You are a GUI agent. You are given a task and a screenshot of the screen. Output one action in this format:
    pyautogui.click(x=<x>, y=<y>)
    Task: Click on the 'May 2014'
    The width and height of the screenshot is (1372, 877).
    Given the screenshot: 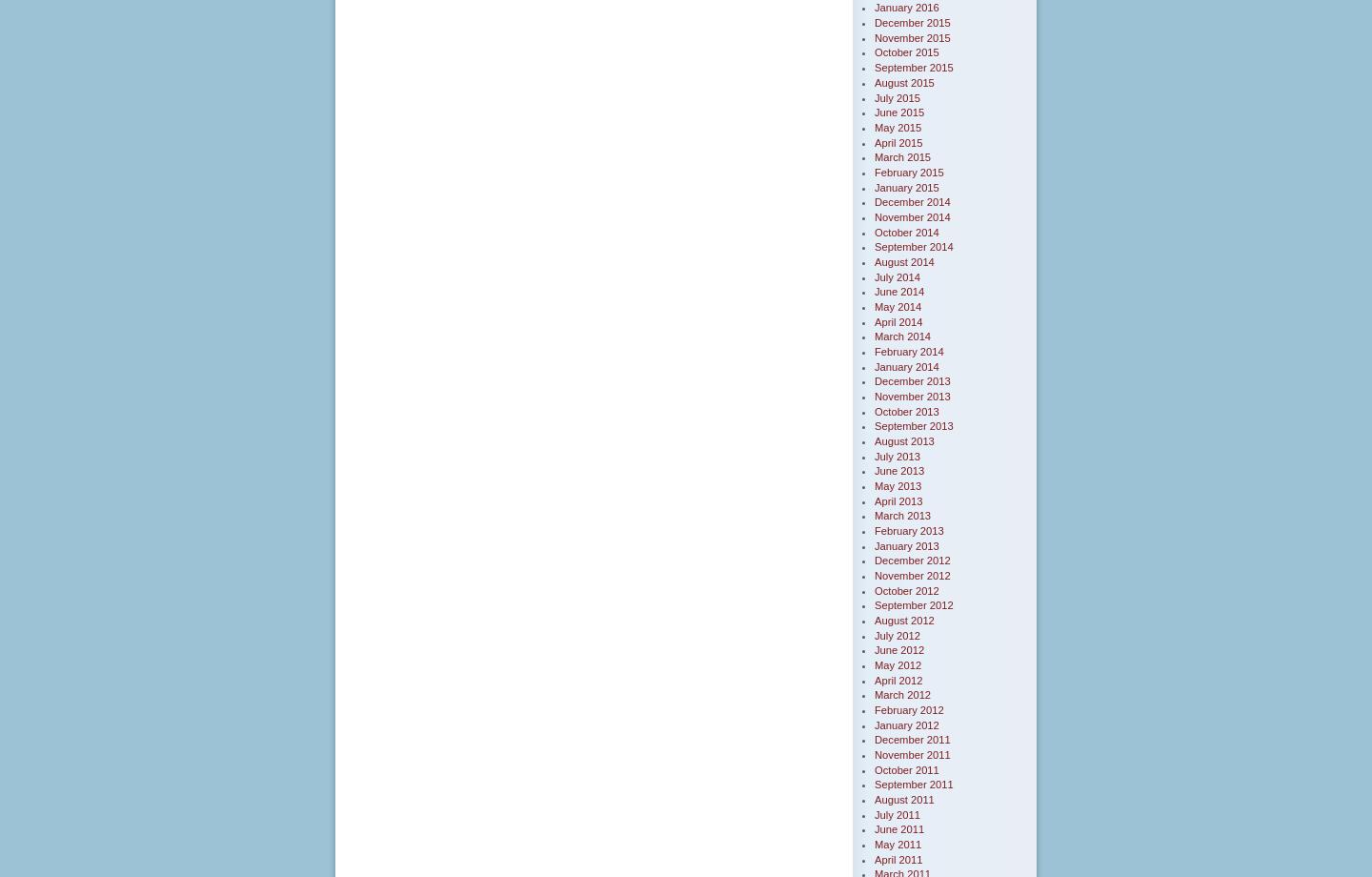 What is the action you would take?
    pyautogui.click(x=898, y=305)
    